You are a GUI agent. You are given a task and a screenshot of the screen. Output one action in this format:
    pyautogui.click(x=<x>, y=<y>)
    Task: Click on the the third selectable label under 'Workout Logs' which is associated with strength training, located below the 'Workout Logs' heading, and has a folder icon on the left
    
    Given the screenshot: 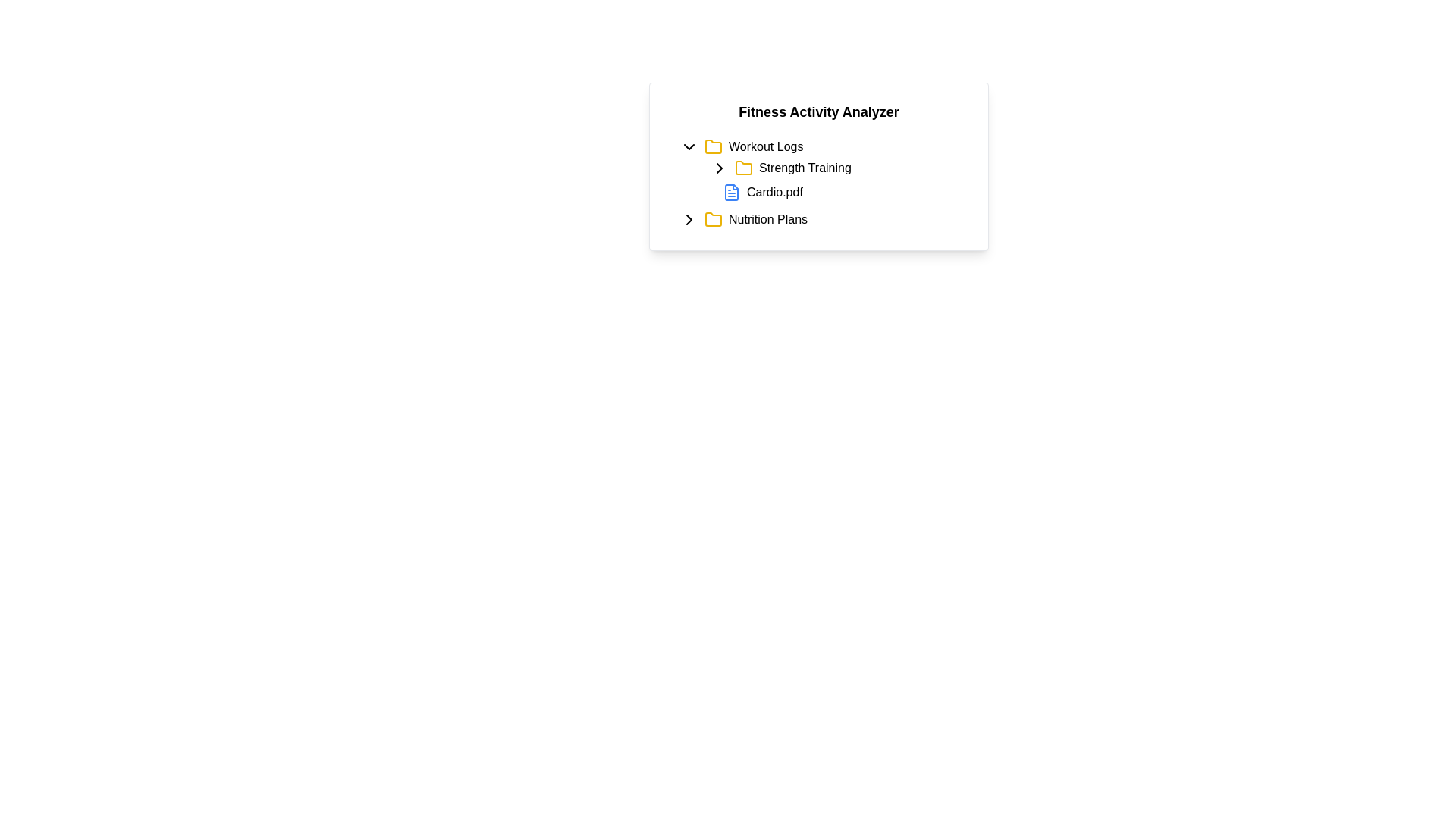 What is the action you would take?
    pyautogui.click(x=804, y=168)
    